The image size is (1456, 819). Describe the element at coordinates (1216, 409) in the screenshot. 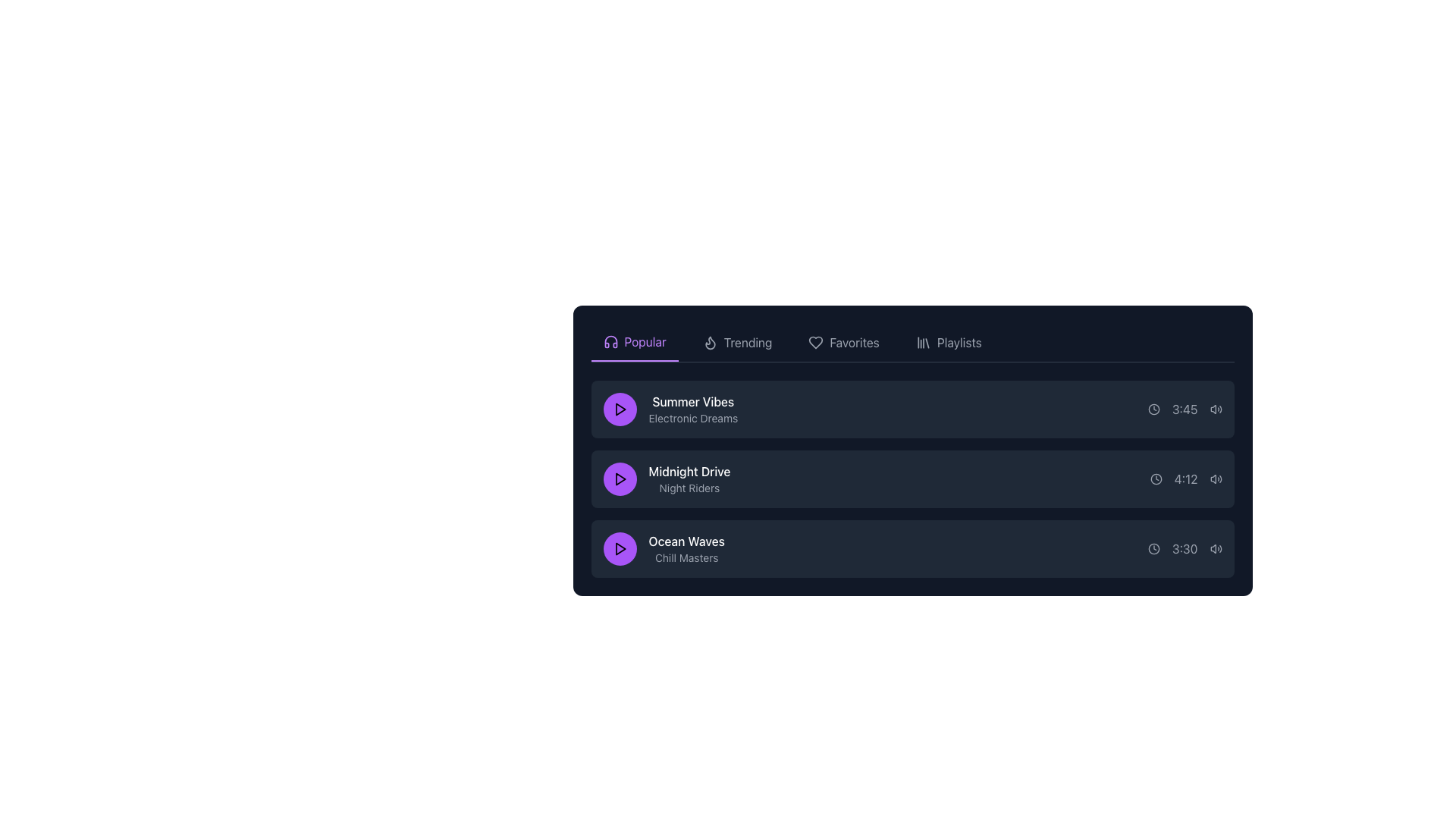

I see `the small, compact speaker icon with sound waves, located to the right of the timestamp '3:45'` at that location.